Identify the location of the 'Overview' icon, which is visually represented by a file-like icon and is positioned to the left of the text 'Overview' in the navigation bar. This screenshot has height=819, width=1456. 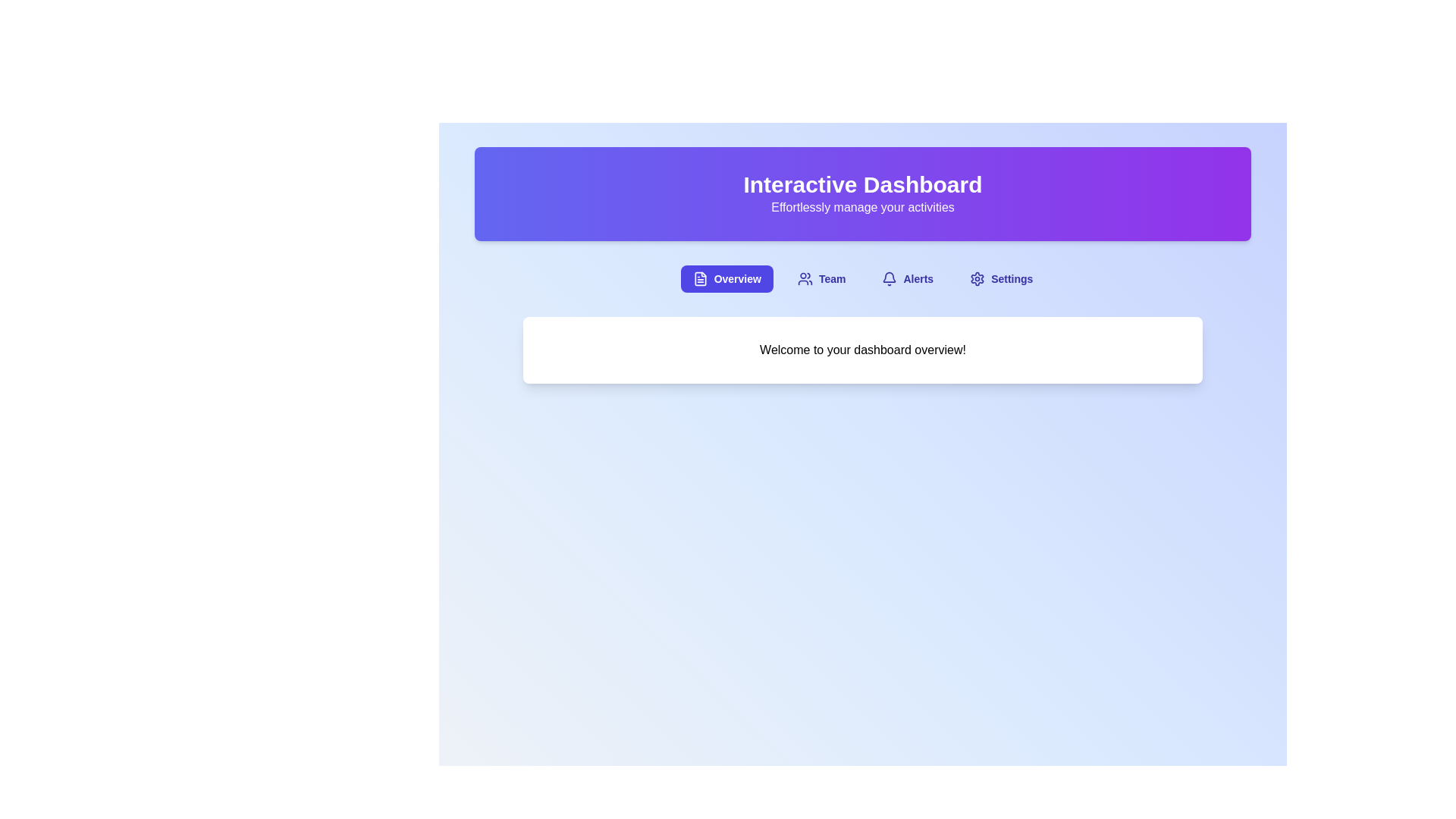
(699, 278).